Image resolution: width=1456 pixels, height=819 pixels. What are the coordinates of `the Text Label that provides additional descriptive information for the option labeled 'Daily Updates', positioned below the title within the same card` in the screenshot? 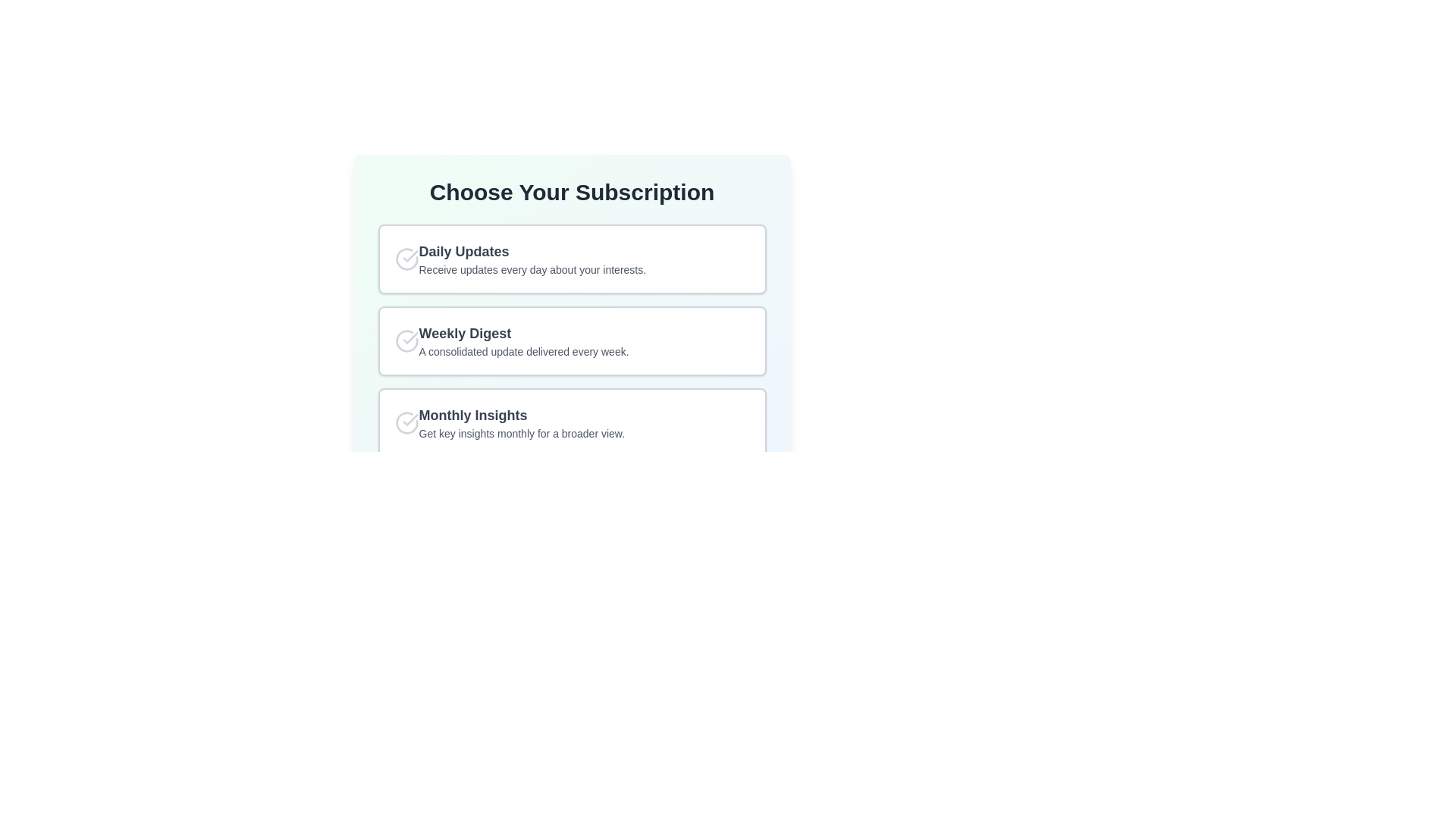 It's located at (532, 268).